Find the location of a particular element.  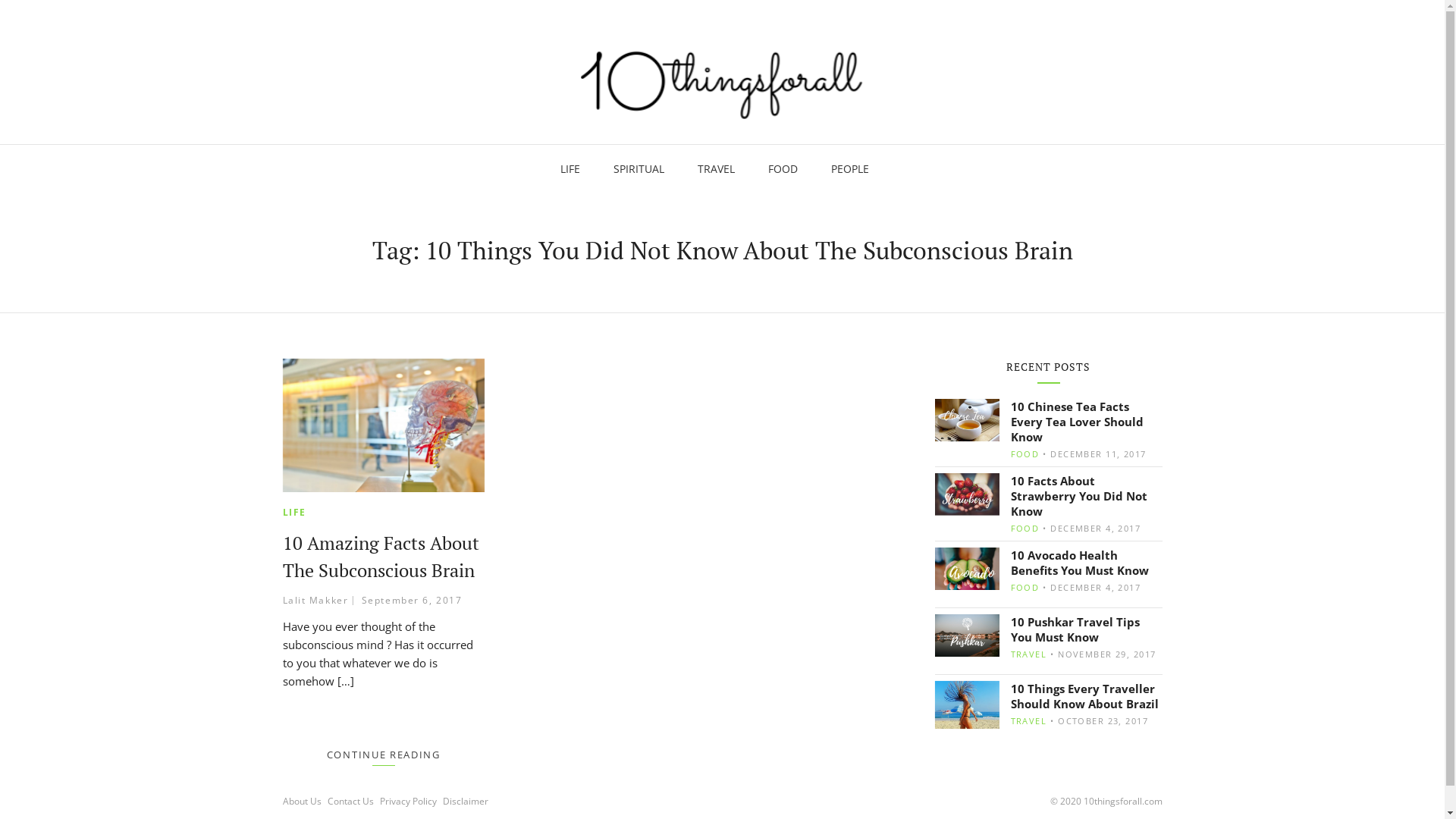

'PEOPLE' is located at coordinates (850, 166).